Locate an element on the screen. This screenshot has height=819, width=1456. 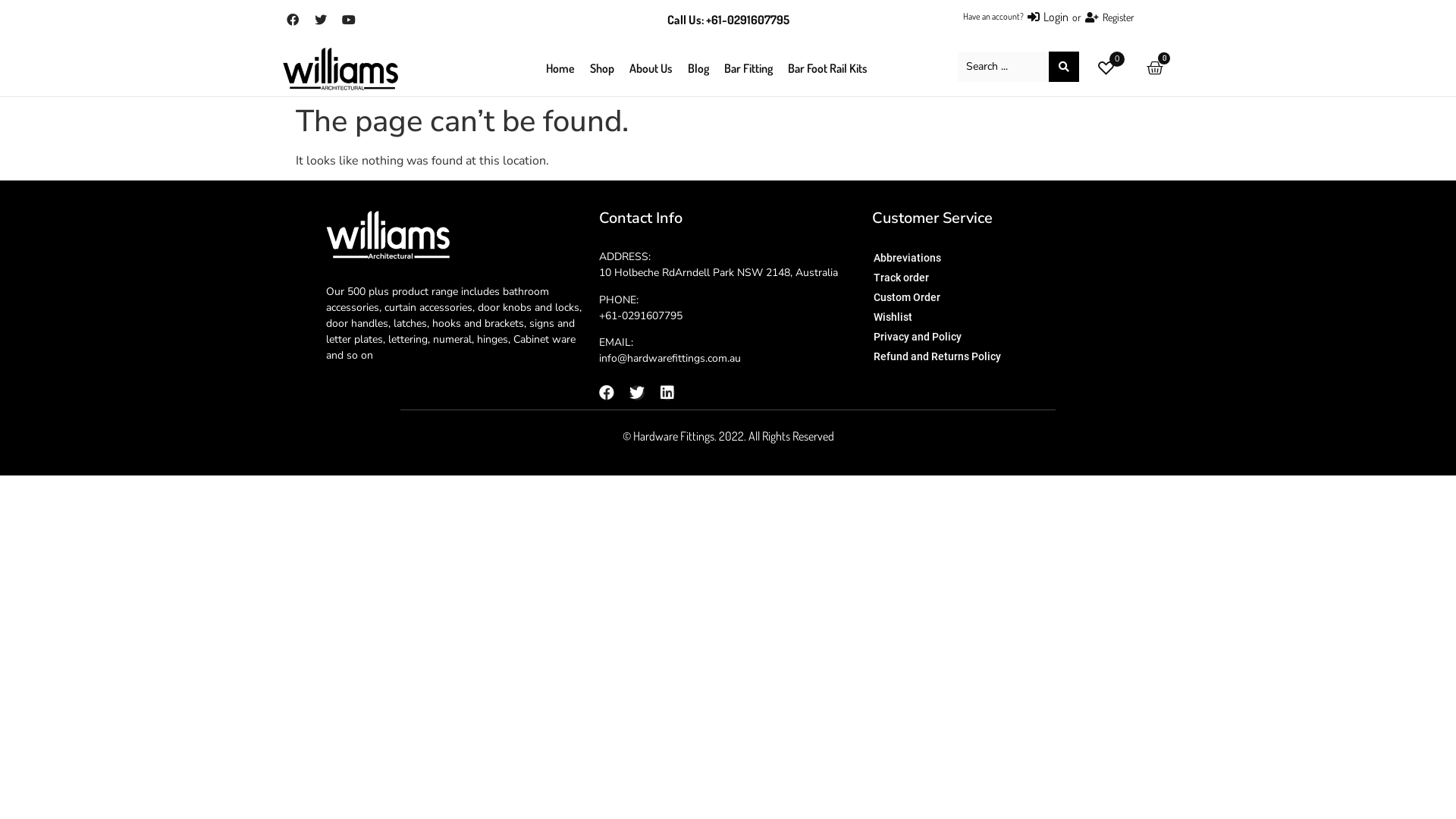
'Register' is located at coordinates (1109, 17).